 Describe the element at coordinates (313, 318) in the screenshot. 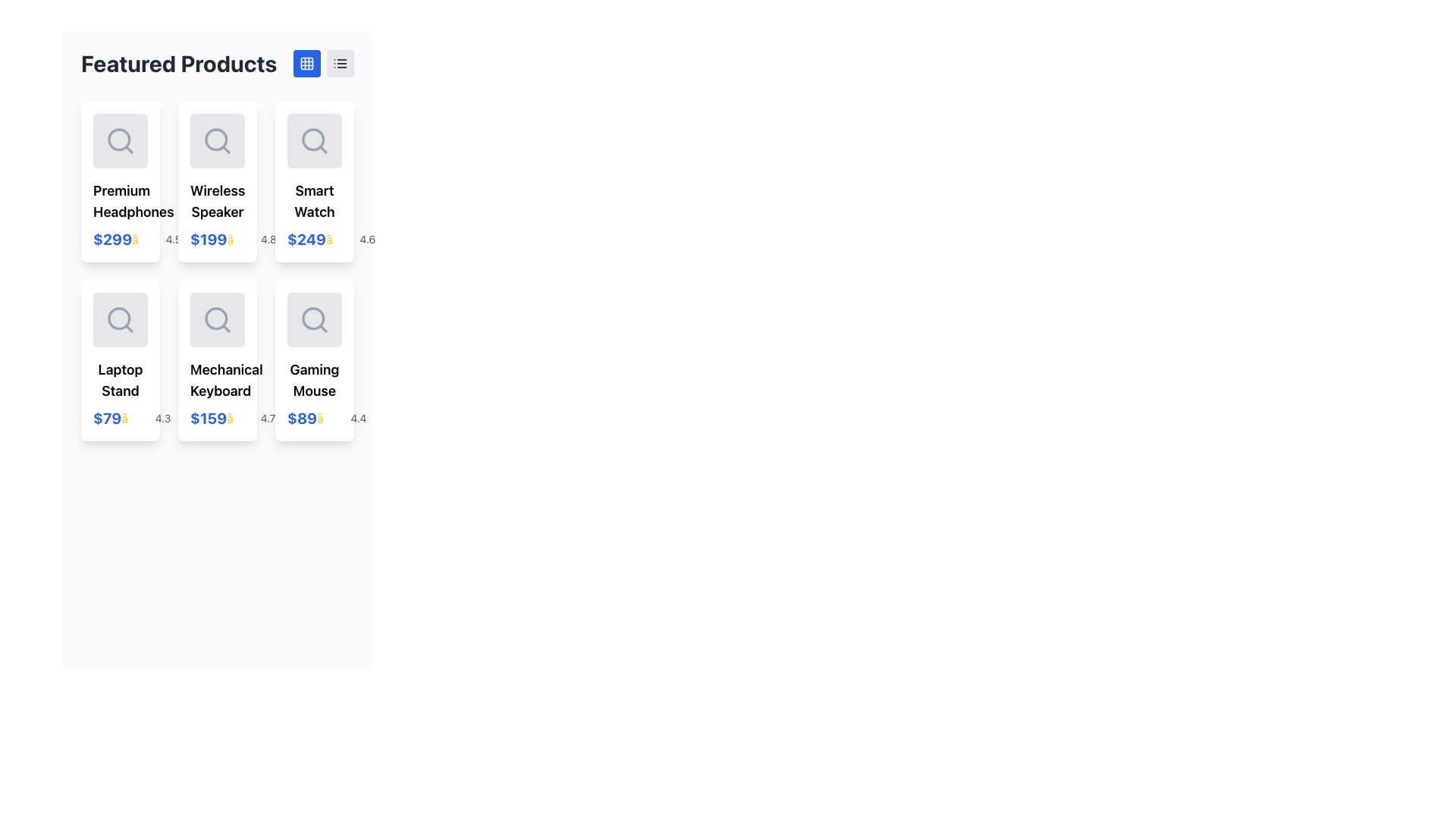

I see `the magnifying glass icon located on the 'Gaming Mouse' product card, positioned in the lower-right portion of the grid layout, above the price and rating text` at that location.